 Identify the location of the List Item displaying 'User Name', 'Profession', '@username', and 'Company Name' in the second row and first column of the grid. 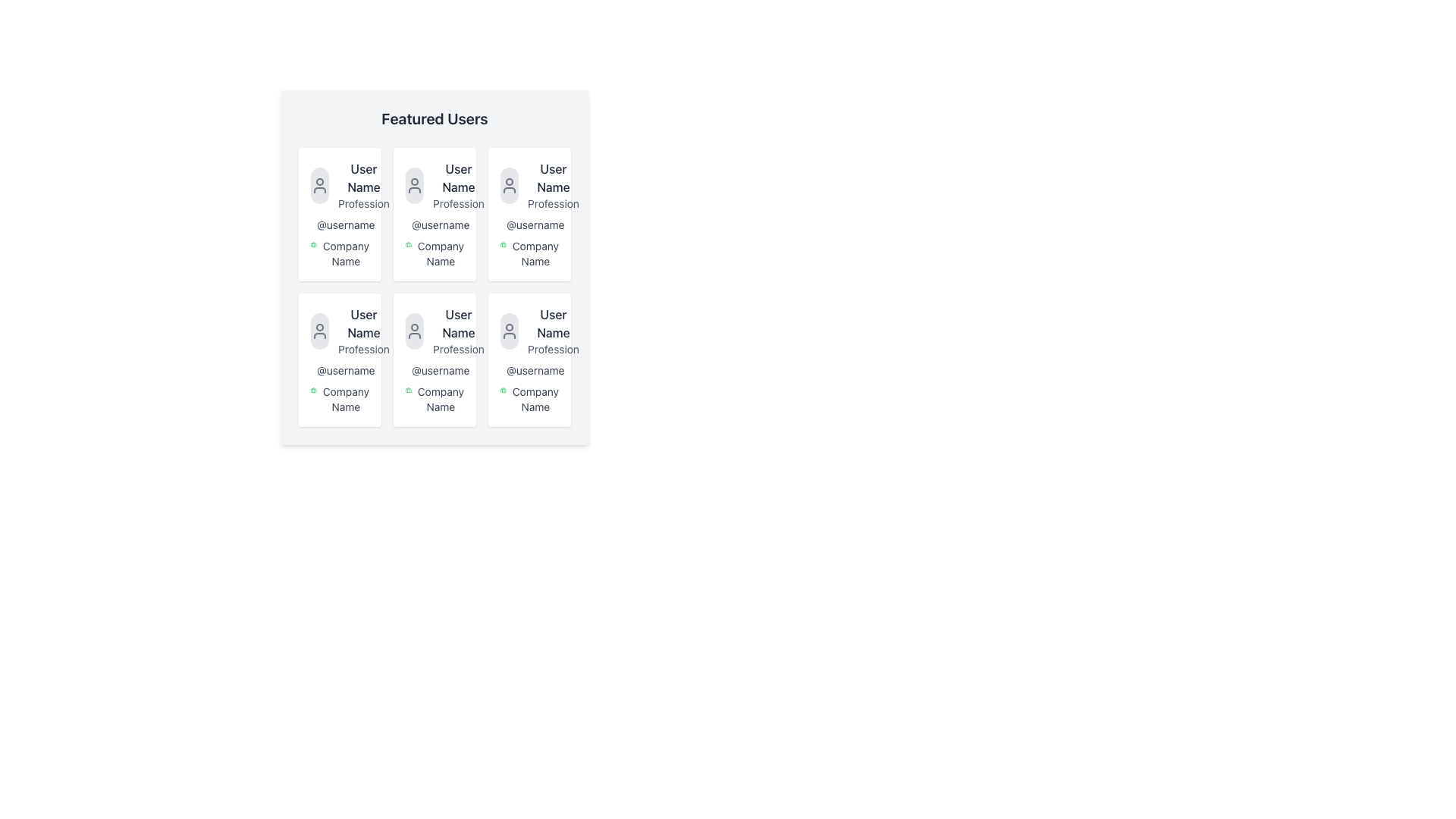
(339, 359).